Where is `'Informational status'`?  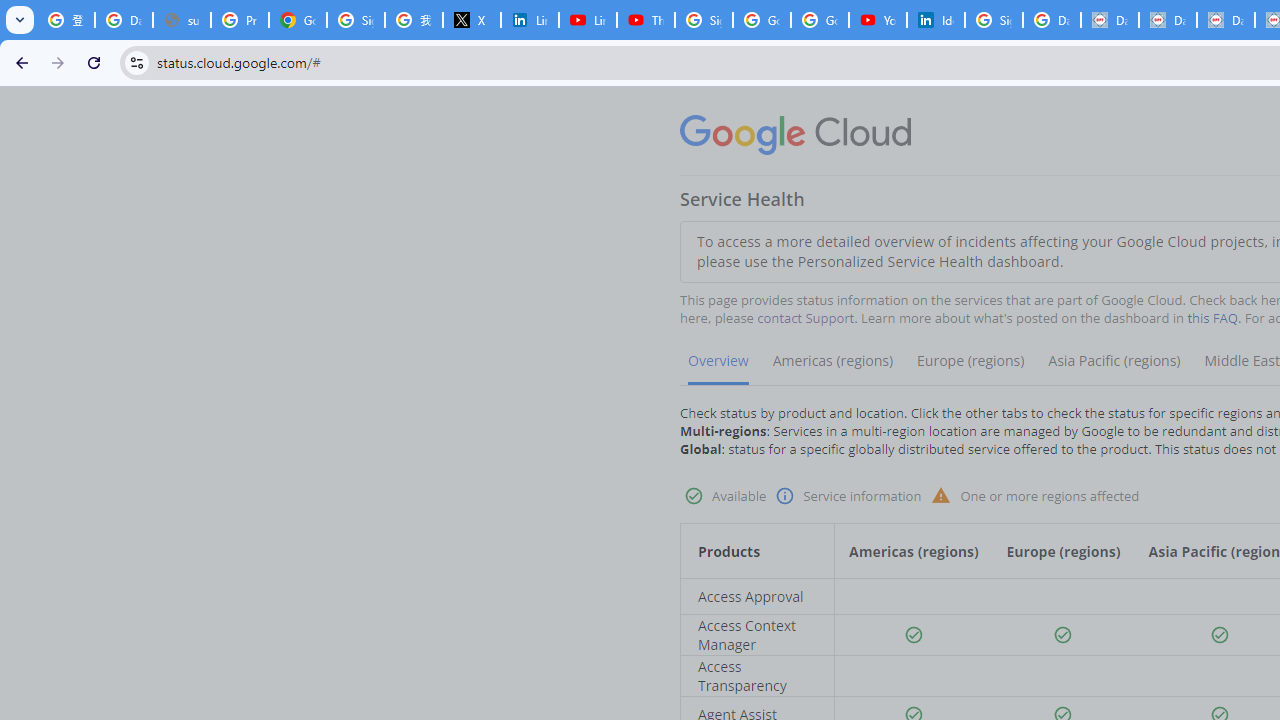 'Informational status' is located at coordinates (784, 495).